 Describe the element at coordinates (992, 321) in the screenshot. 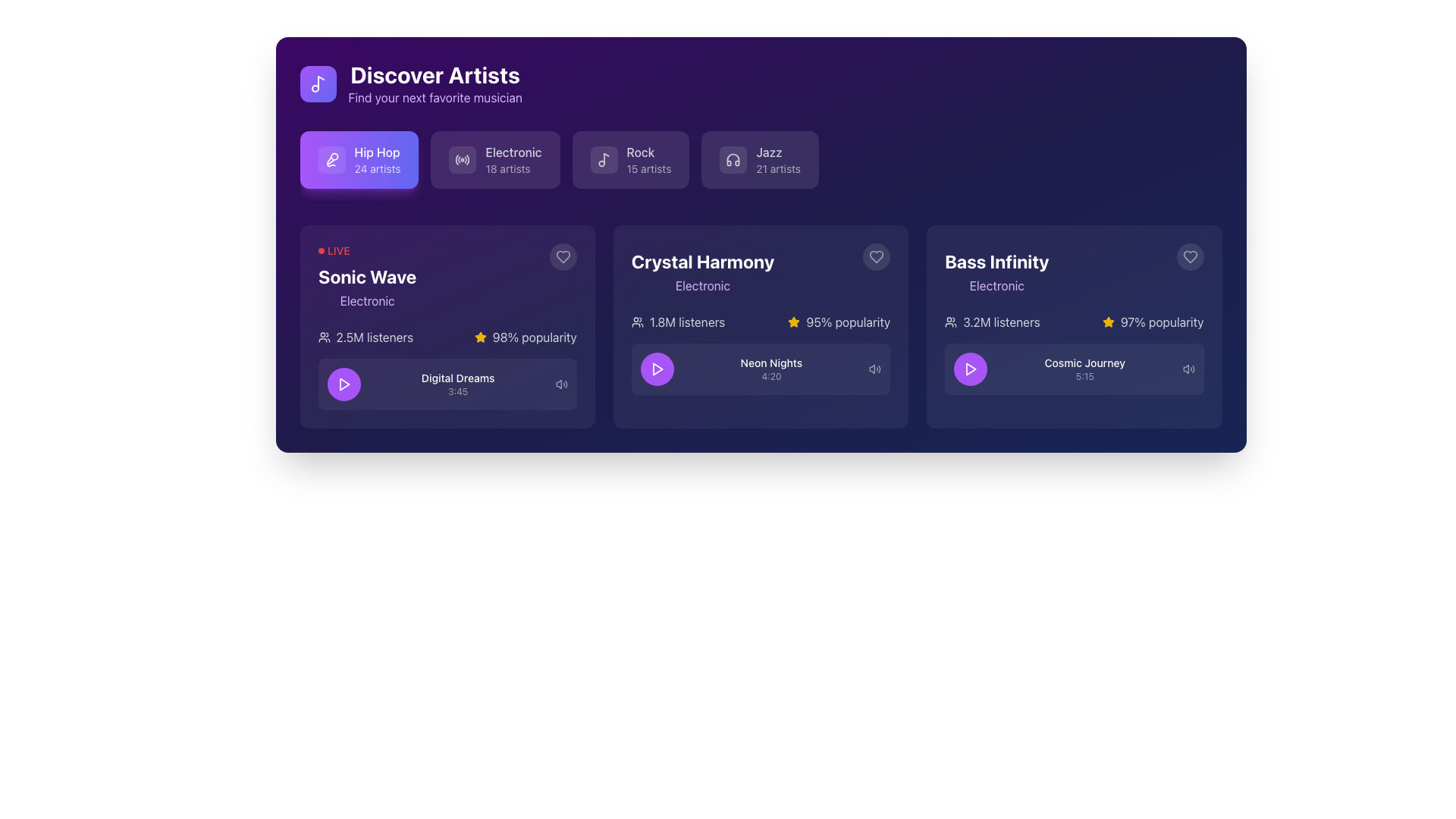

I see `the label displaying '3.2M listeners' with an icon, located in the rightmost card of a three-card layout, below the title 'Bass Infinity' and to the left of the '97% popularity' label` at that location.